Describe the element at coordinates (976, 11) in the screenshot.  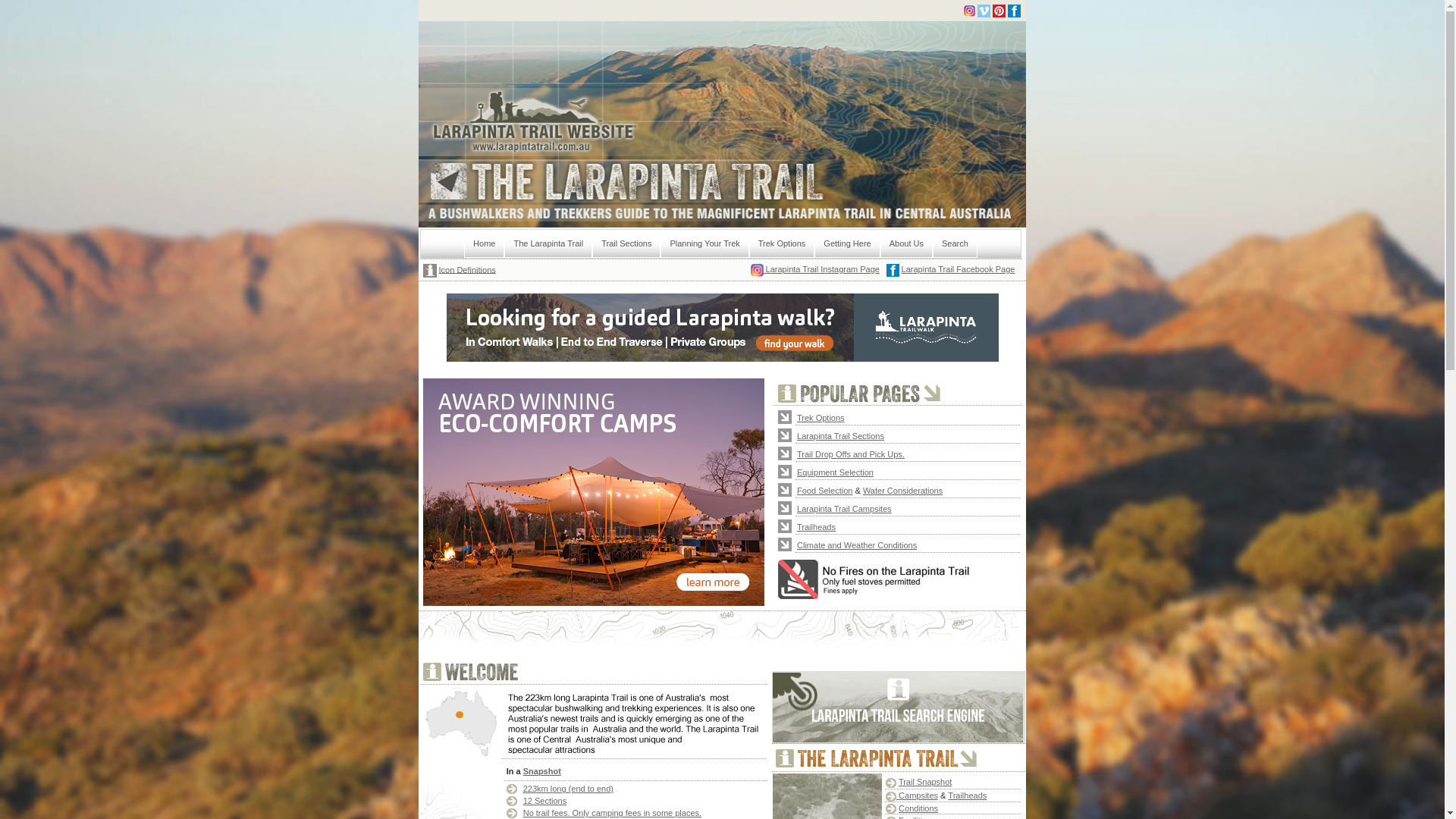
I see `'Vimeo'` at that location.